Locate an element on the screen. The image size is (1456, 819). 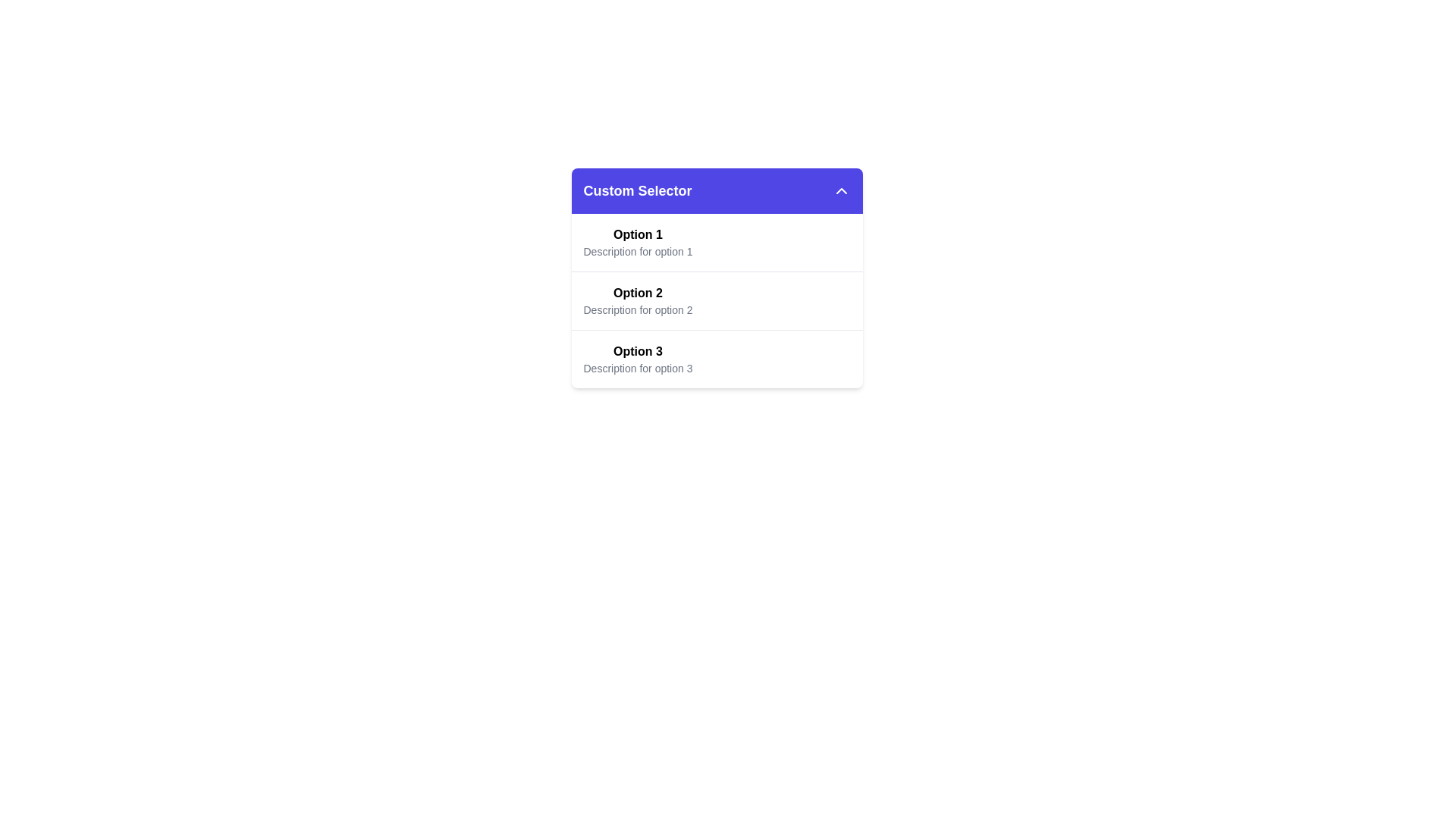
the first option in the dropdown list under the header 'Custom Selector' is located at coordinates (638, 242).